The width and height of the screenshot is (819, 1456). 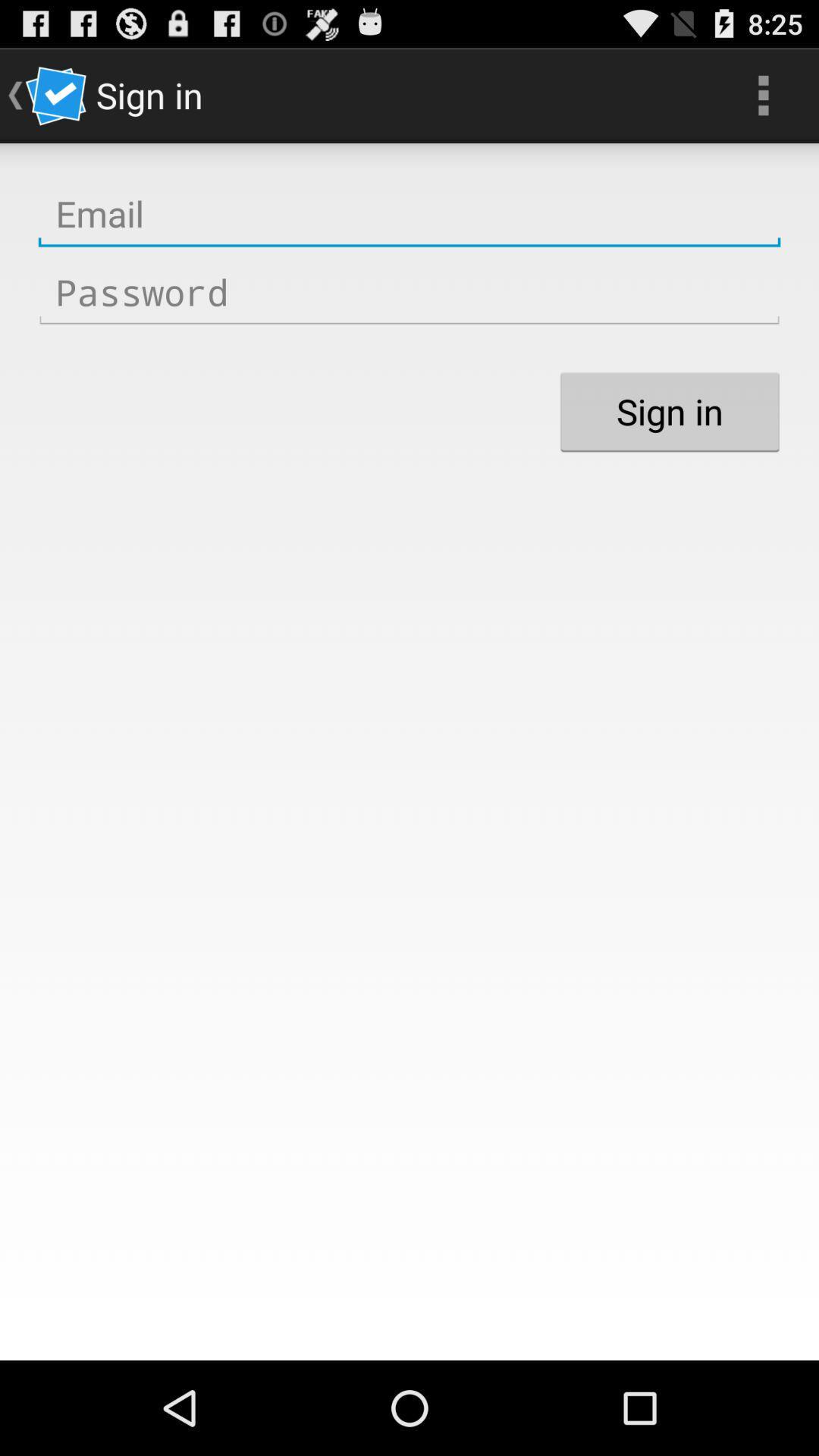 I want to click on type in email, so click(x=409, y=213).